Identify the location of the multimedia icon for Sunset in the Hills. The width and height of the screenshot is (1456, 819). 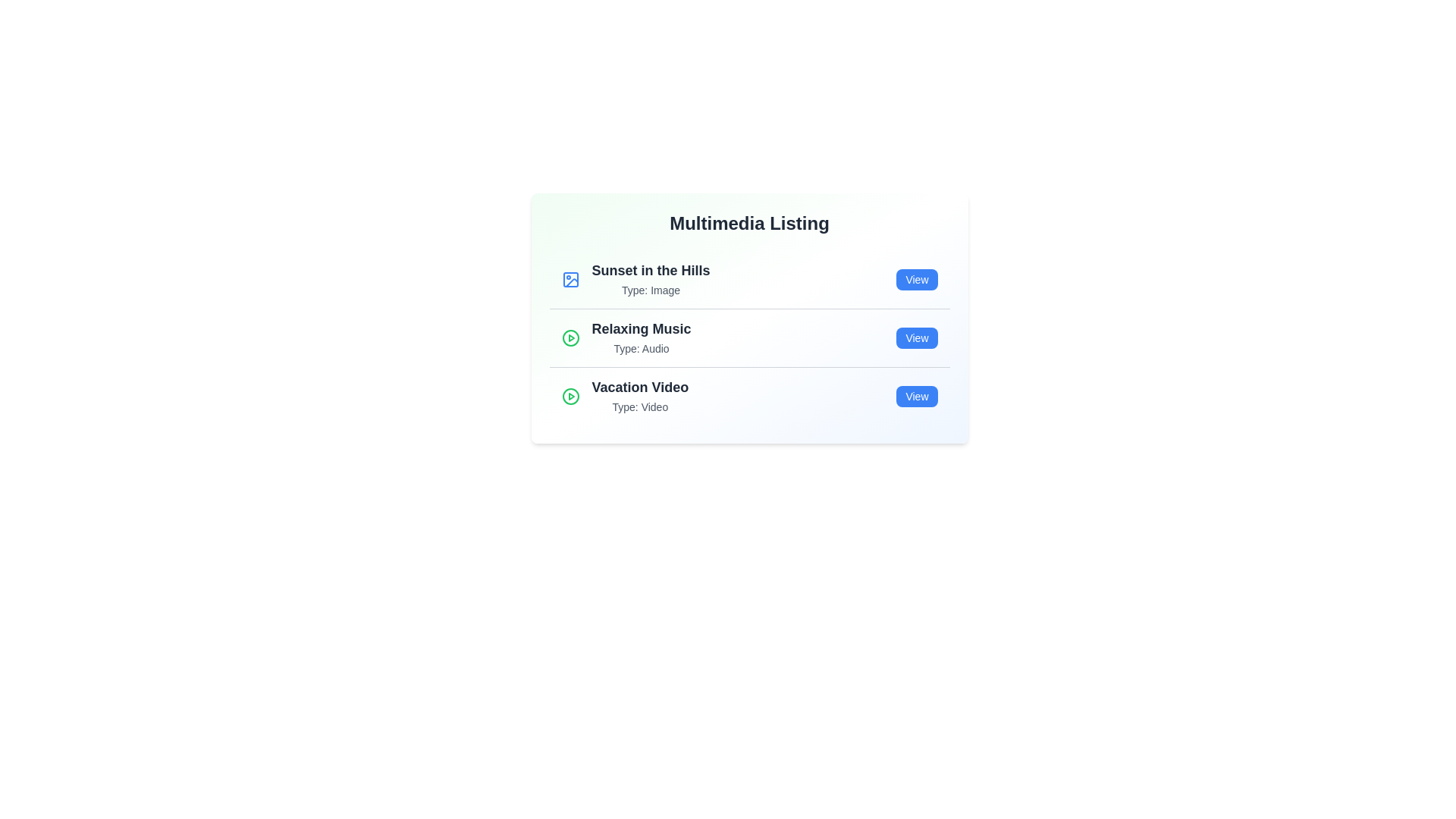
(570, 280).